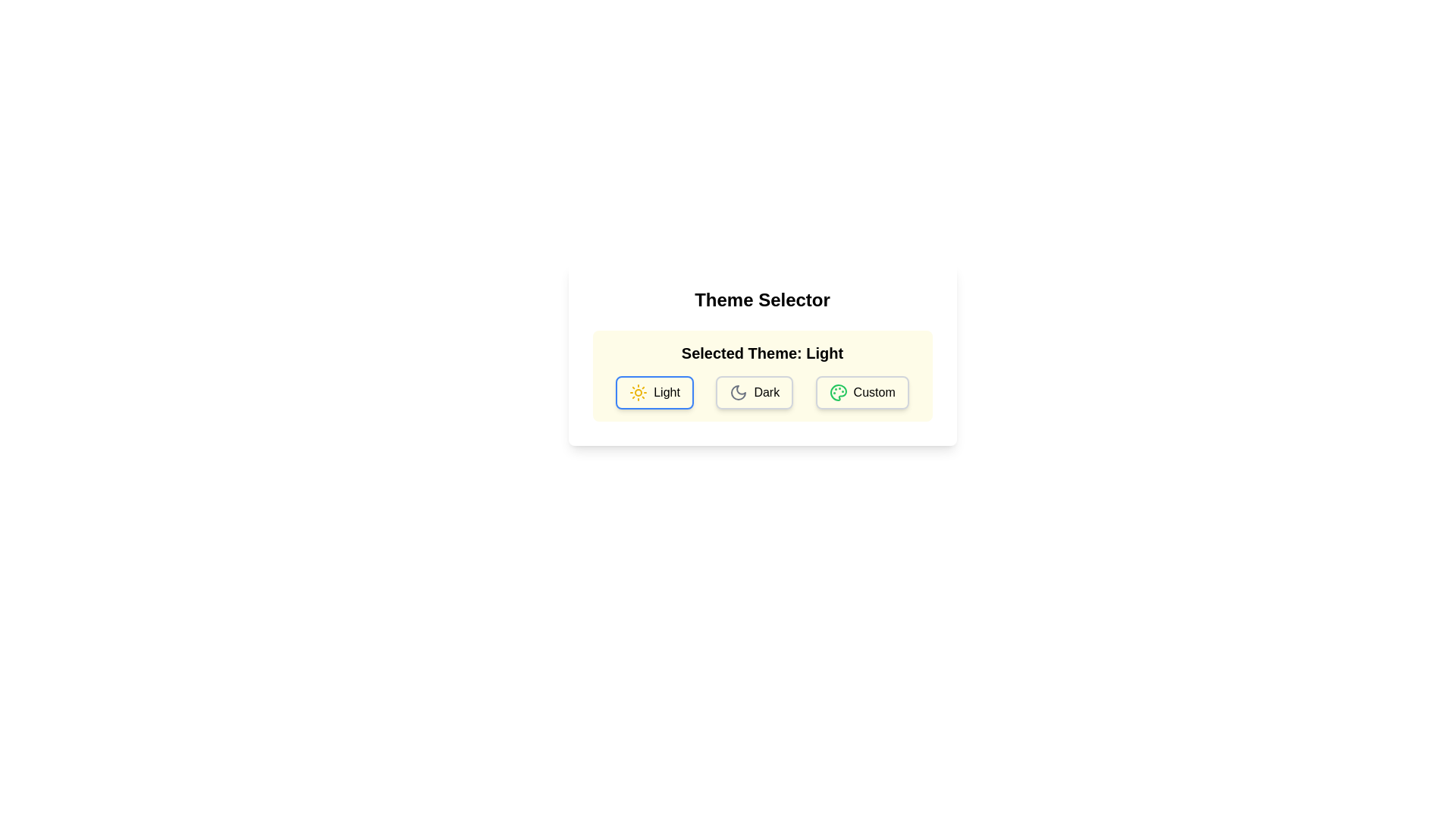 This screenshot has height=819, width=1456. I want to click on the 'Custom' label with a green palette icon, which is the third button in the theme selection row, located between the 'Light' and 'Dark' buttons, so click(862, 391).